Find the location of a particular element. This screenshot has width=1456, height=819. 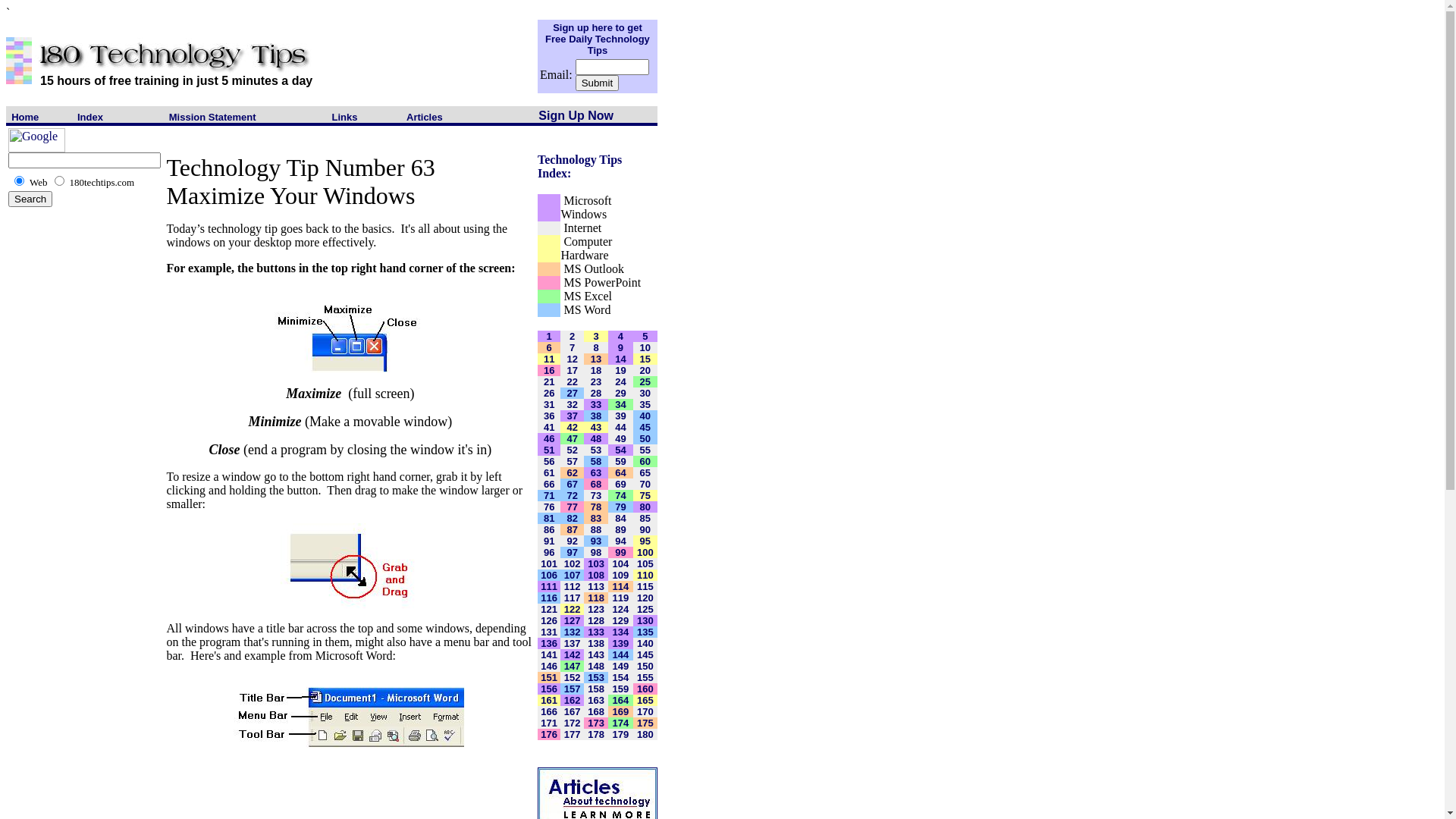

'7' is located at coordinates (571, 347).